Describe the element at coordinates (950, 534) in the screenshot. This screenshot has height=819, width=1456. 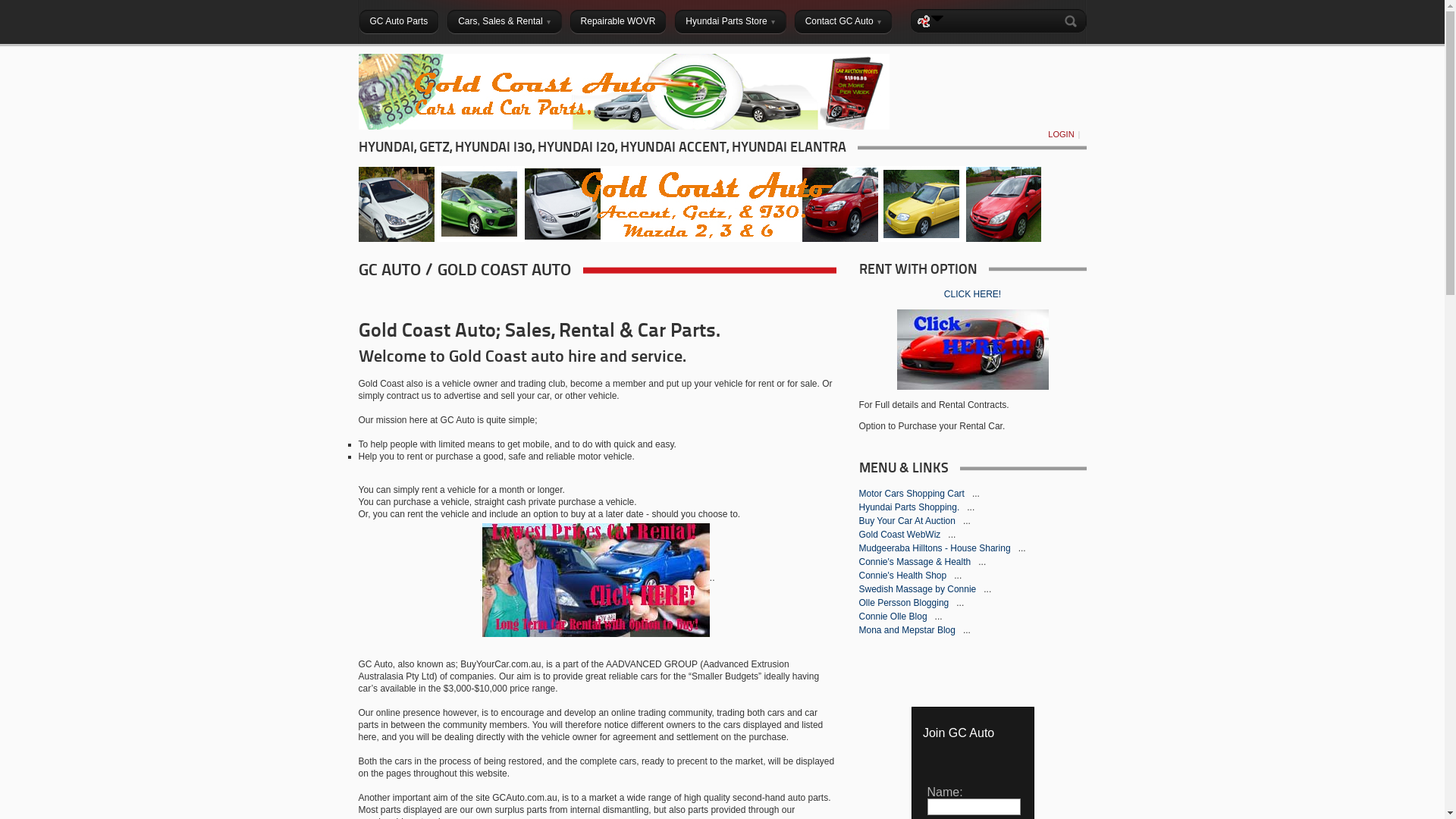
I see `'...'` at that location.